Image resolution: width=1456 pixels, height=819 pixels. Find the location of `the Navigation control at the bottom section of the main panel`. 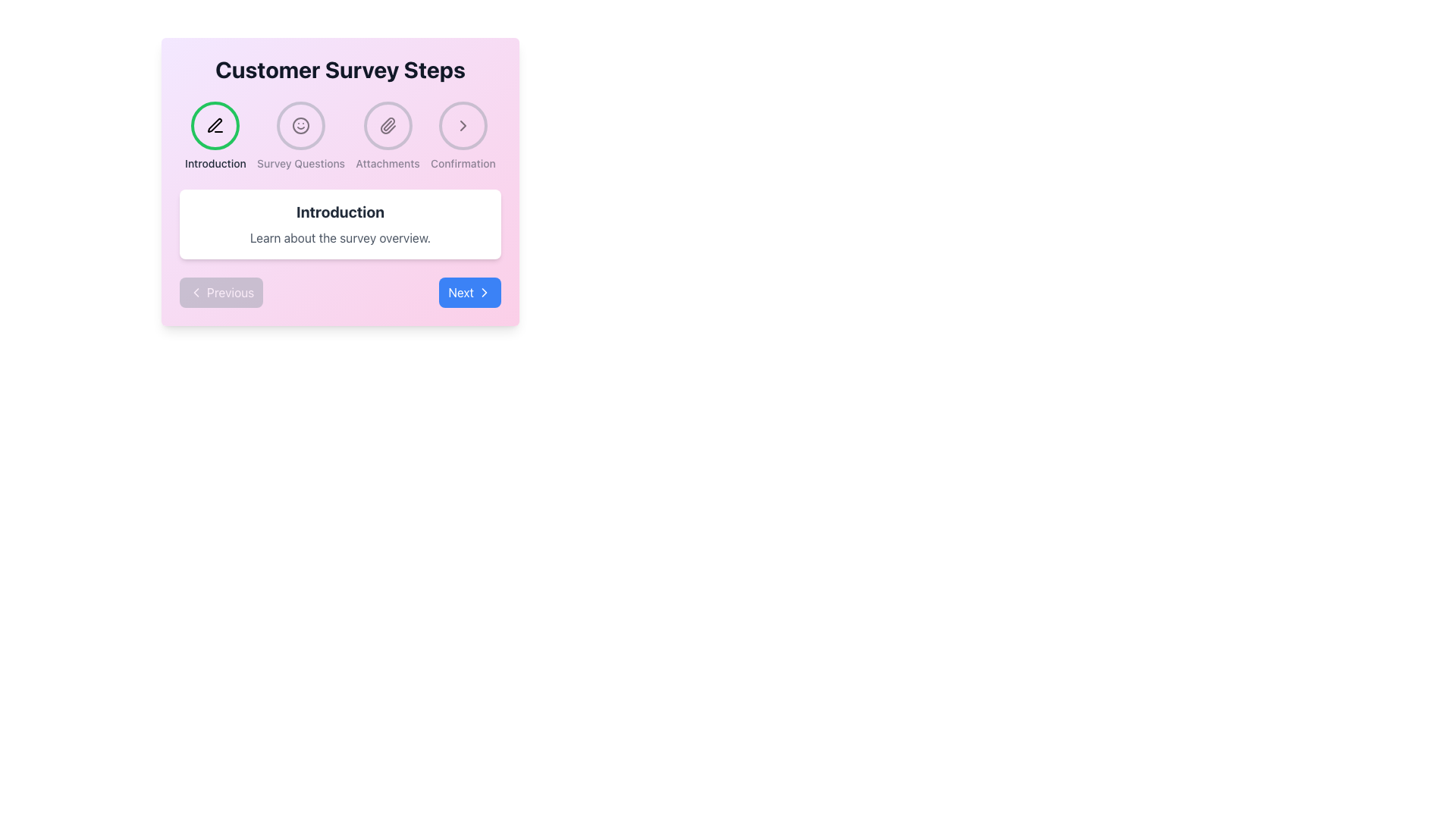

the Navigation control at the bottom section of the main panel is located at coordinates (340, 292).